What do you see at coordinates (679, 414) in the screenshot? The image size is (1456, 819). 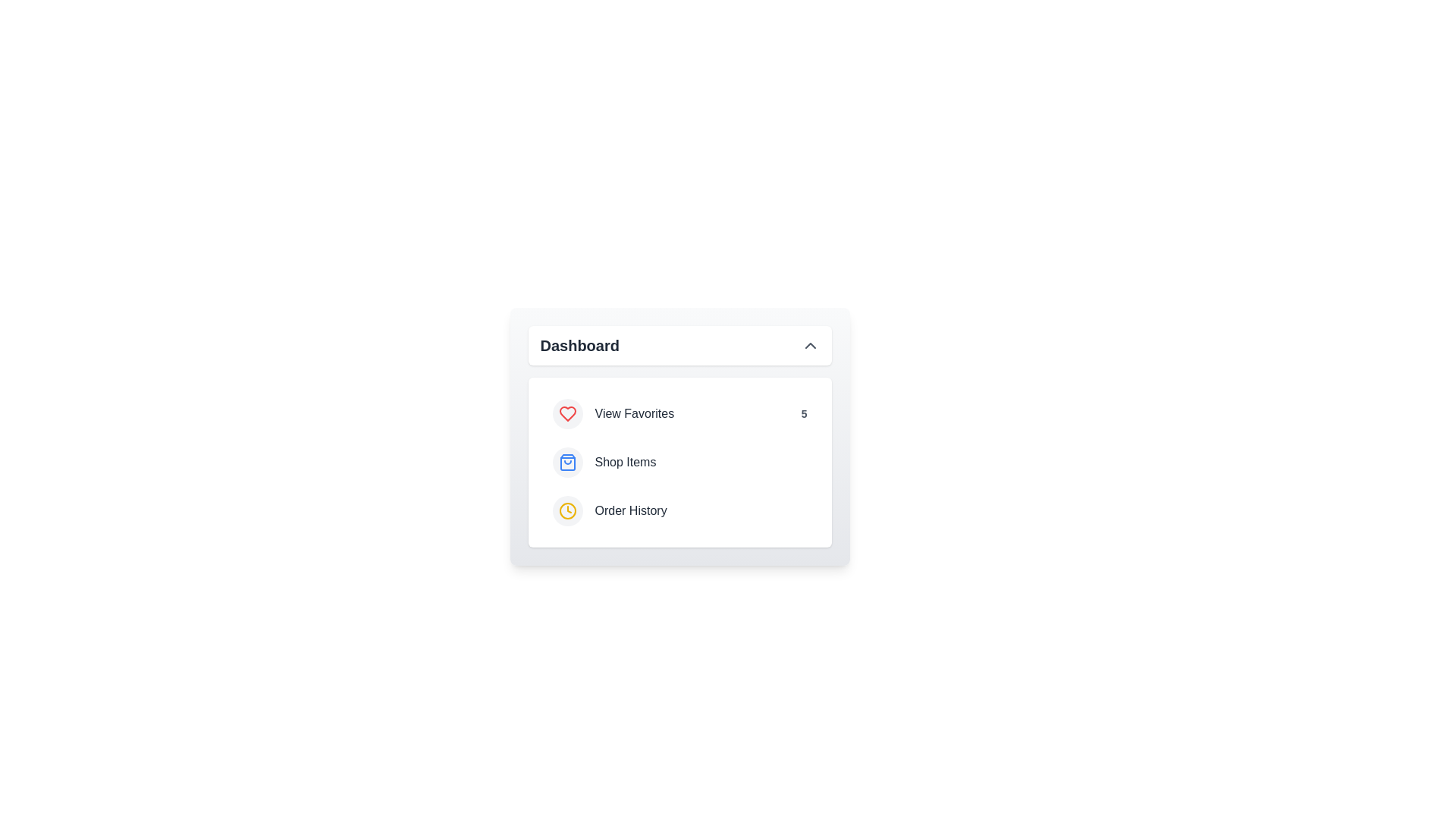 I see `the menu item View Favorites to observe feedback` at bounding box center [679, 414].